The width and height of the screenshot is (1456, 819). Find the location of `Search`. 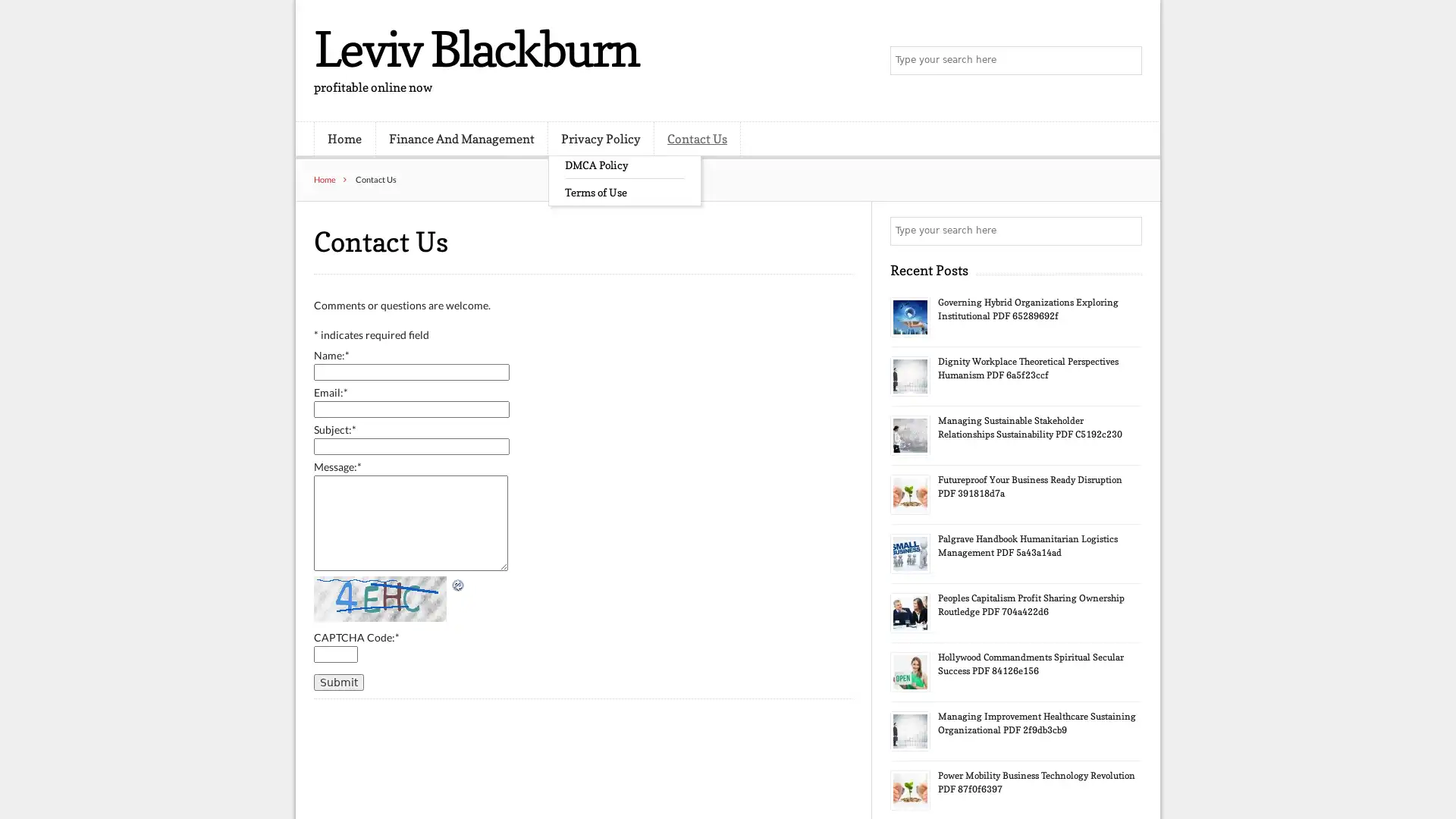

Search is located at coordinates (1126, 231).